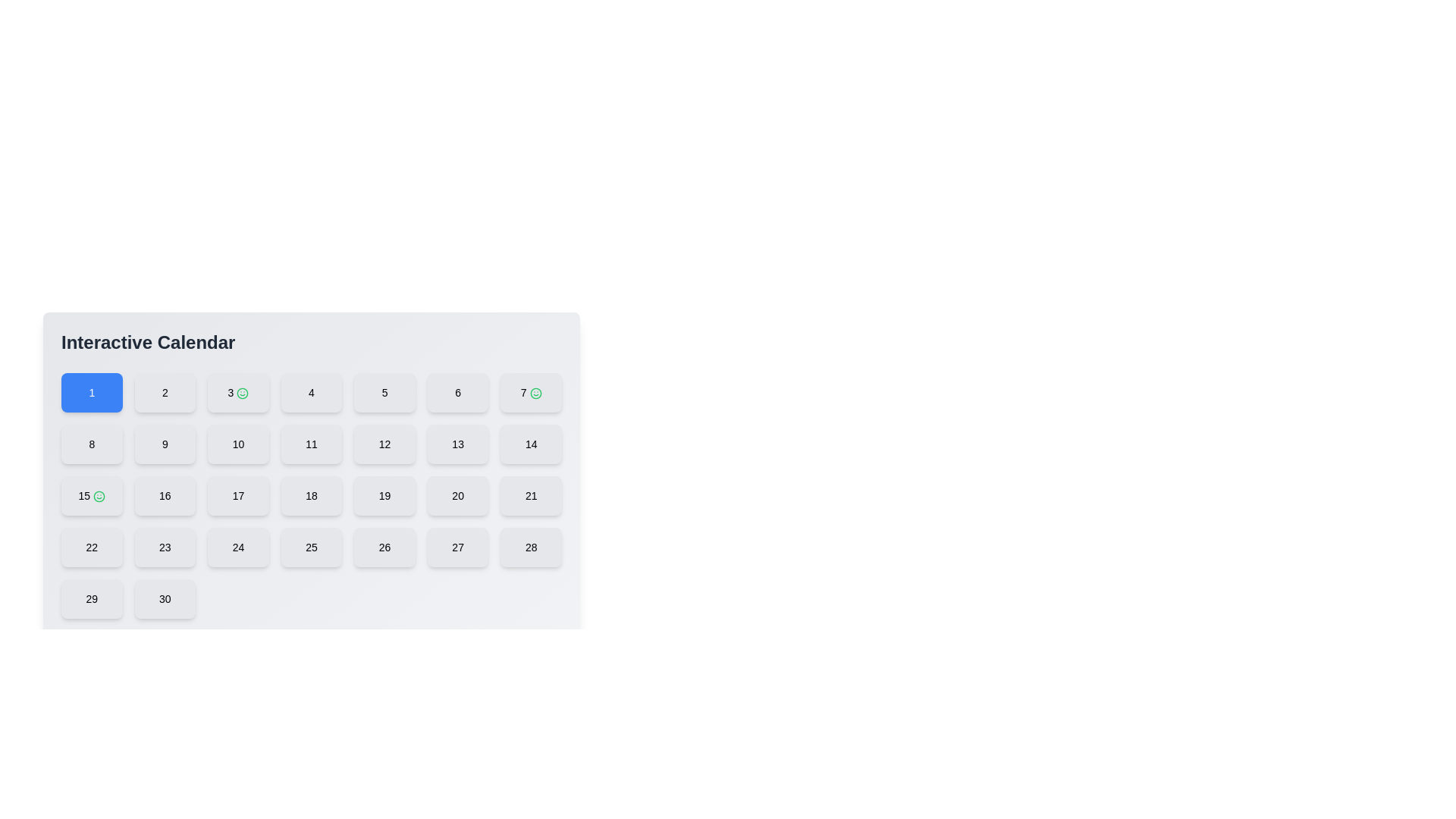 The width and height of the screenshot is (1456, 819). I want to click on the square-shaped button labeled '2' with a gray background, so click(165, 391).